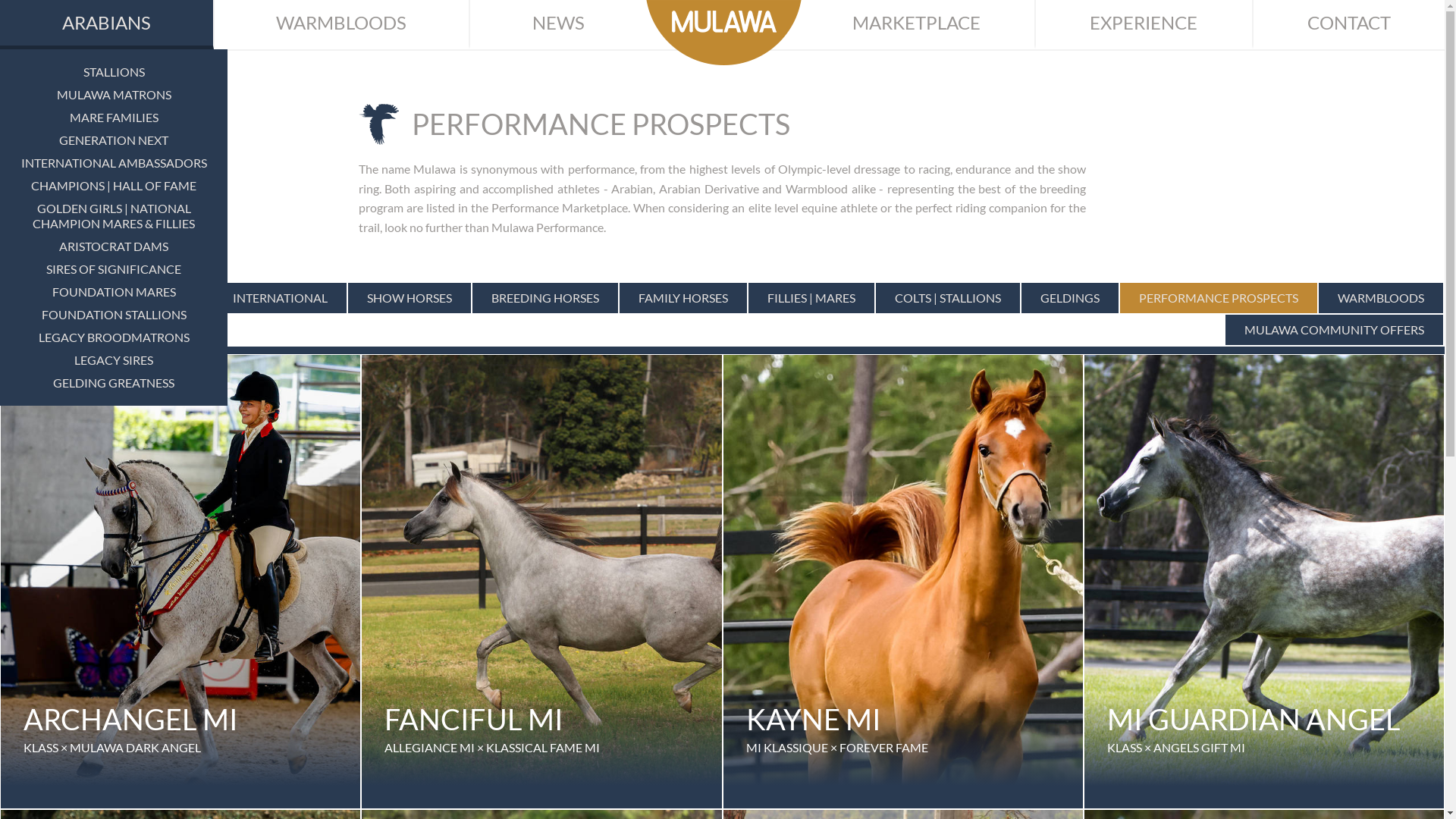 Image resolution: width=1456 pixels, height=819 pixels. Describe the element at coordinates (112, 140) in the screenshot. I see `'GENERATION NEXT'` at that location.